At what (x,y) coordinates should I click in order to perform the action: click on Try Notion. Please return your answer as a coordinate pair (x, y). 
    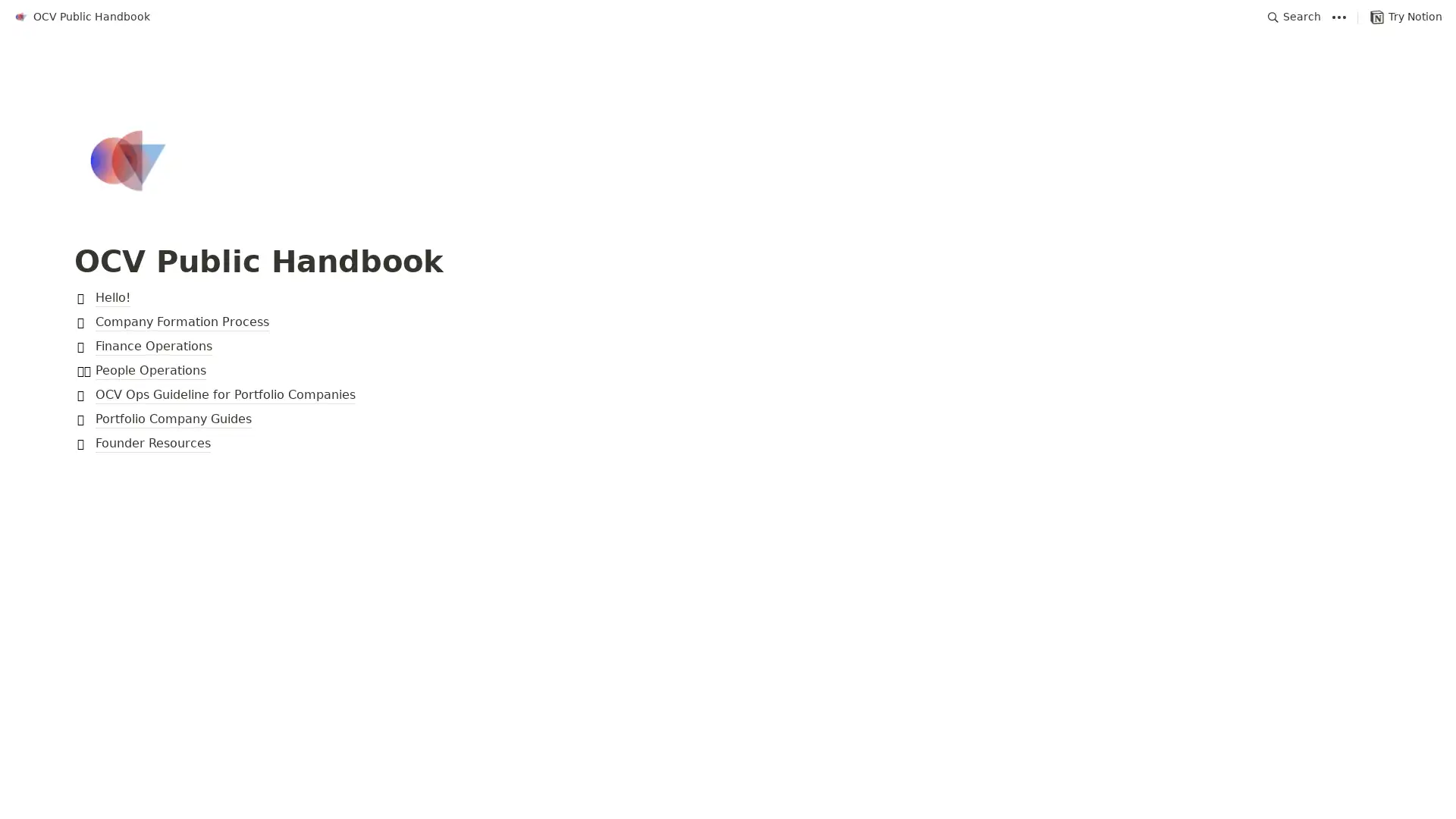
    Looking at the image, I should click on (1405, 17).